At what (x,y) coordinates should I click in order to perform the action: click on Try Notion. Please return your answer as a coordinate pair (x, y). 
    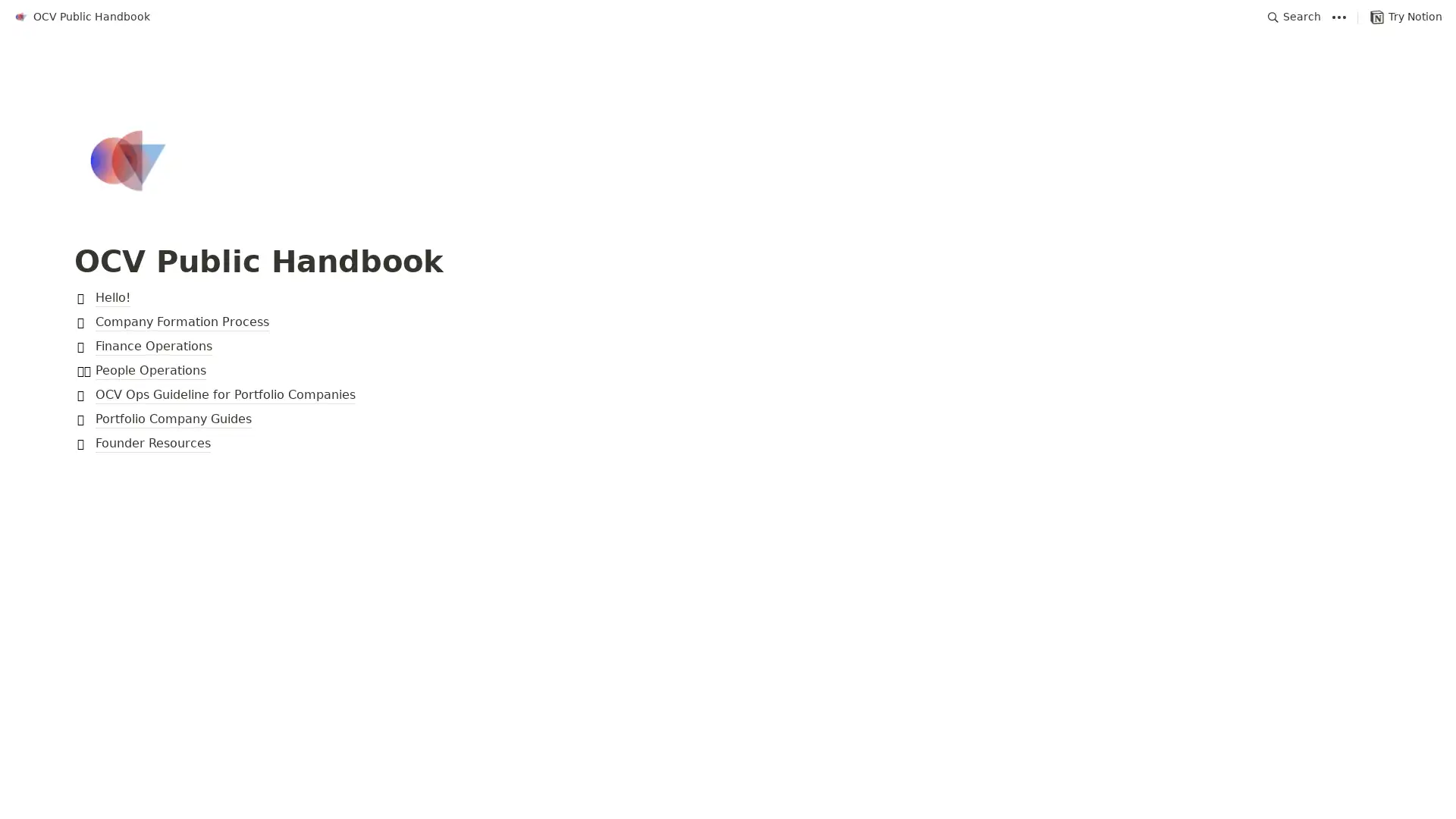
    Looking at the image, I should click on (1405, 17).